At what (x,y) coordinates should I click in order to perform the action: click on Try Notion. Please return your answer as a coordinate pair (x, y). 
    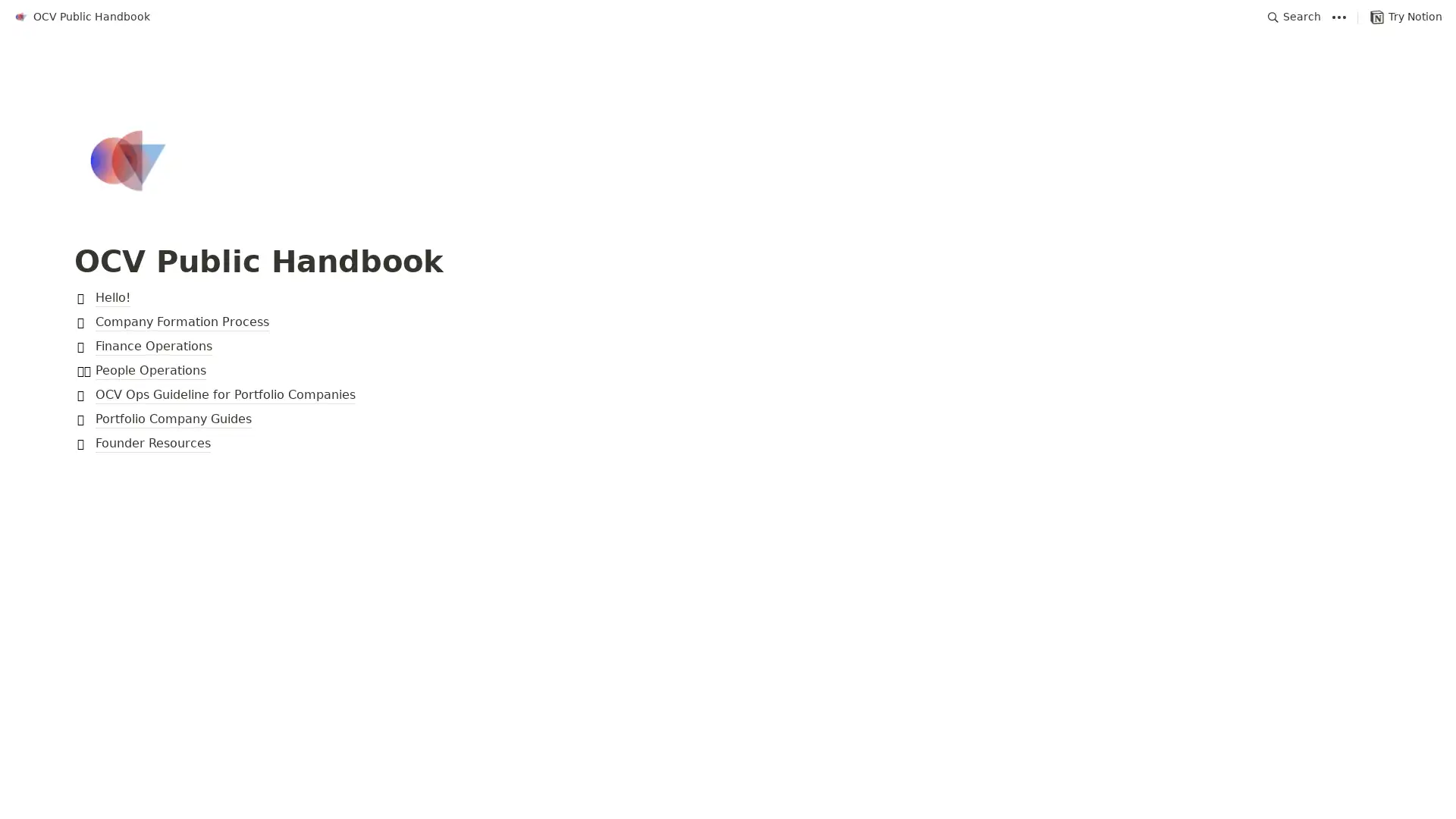
    Looking at the image, I should click on (1405, 17).